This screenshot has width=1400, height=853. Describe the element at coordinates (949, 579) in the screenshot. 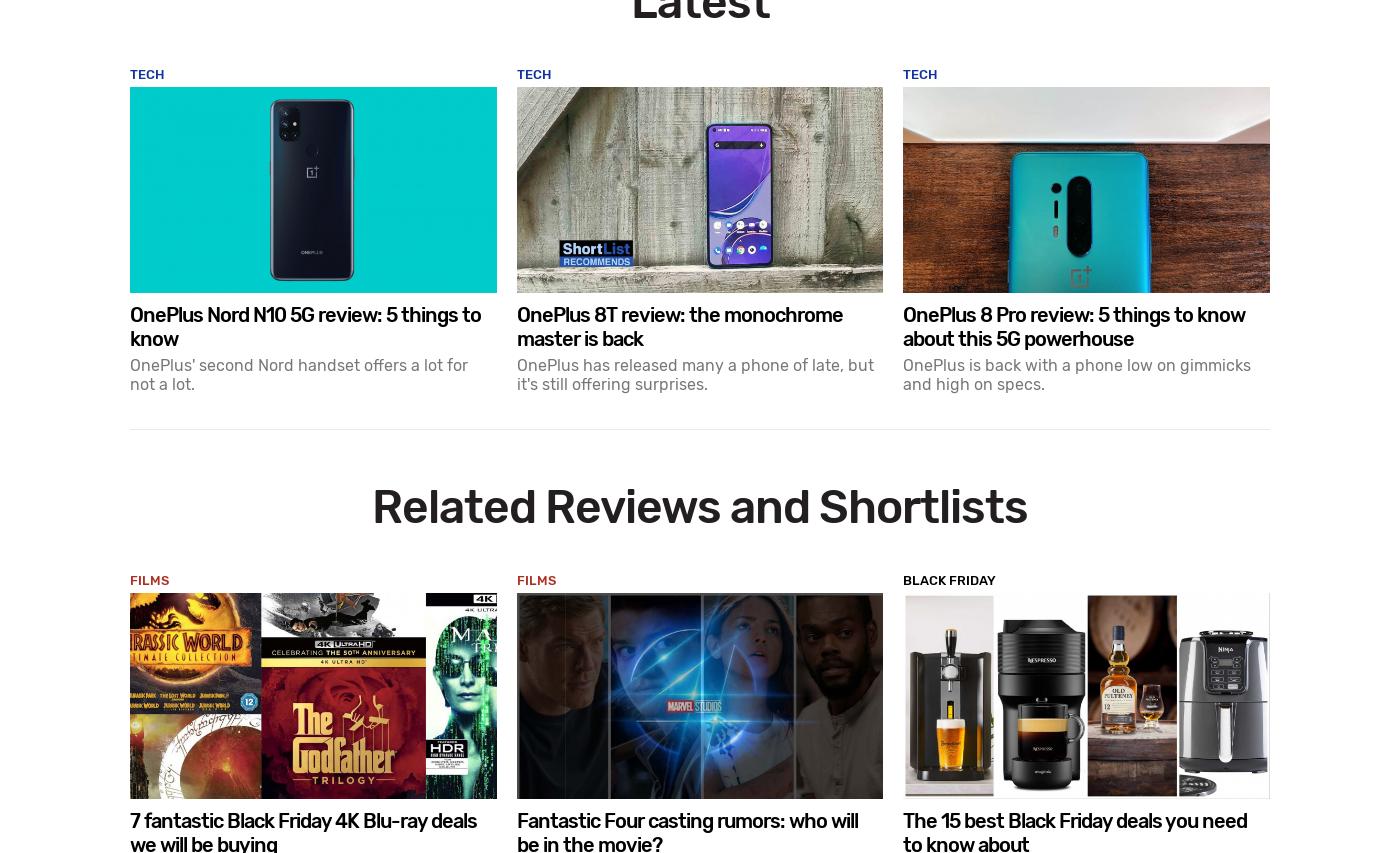

I see `'Black Friday'` at that location.